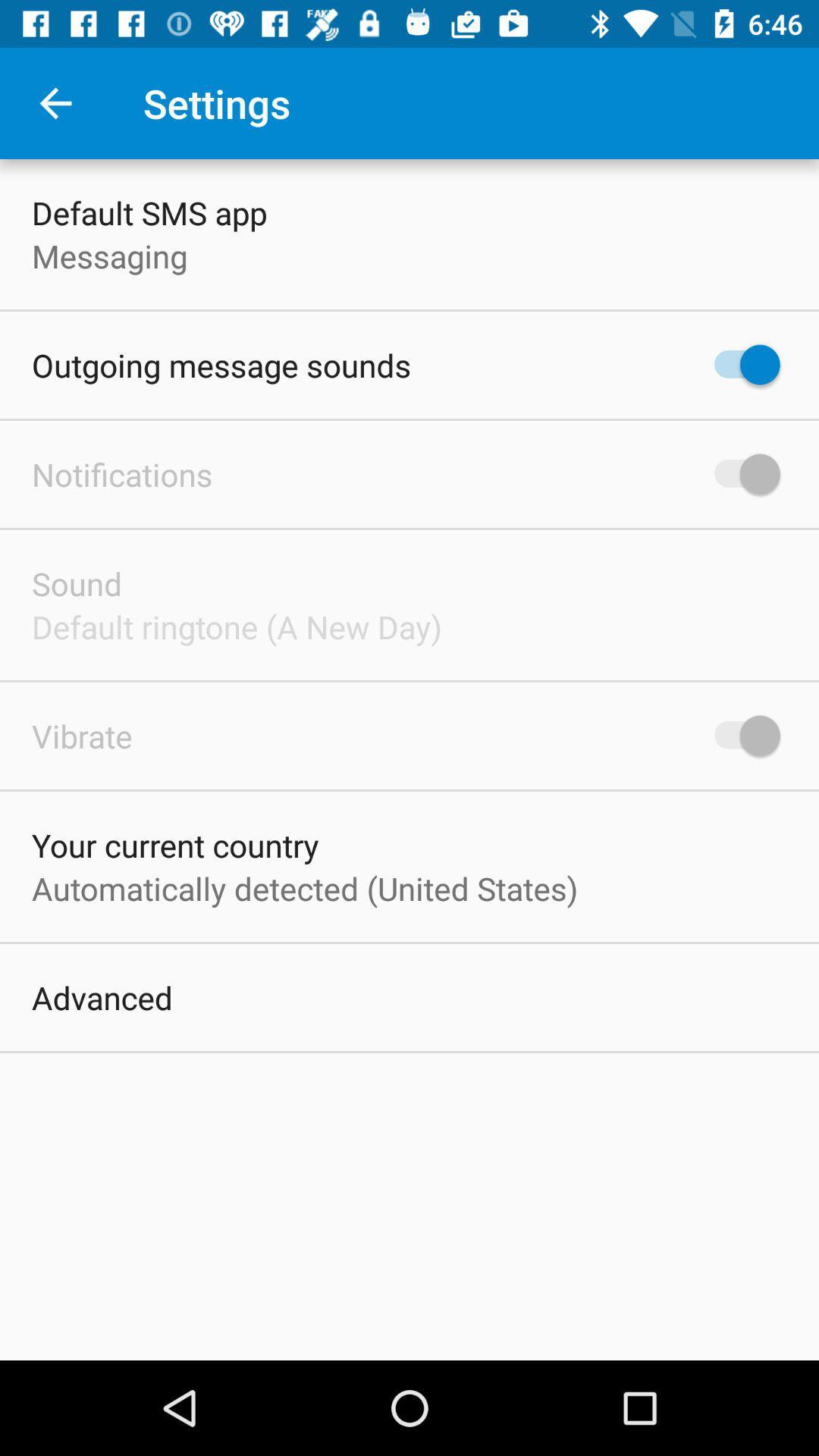  I want to click on the advanced icon, so click(102, 997).